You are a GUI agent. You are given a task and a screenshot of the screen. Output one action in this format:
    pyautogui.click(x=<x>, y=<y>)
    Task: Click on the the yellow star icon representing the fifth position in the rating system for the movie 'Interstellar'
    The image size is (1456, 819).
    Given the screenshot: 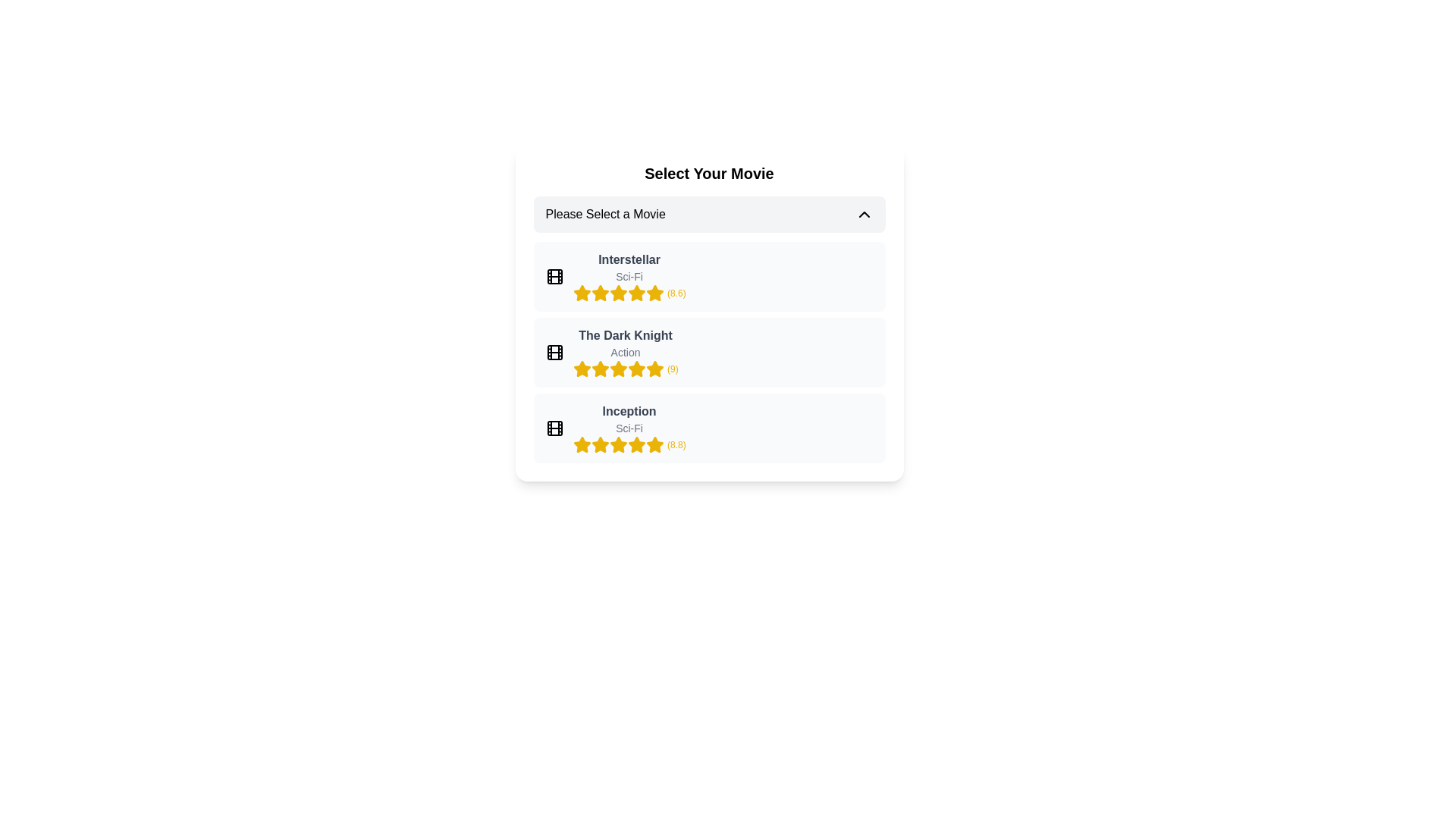 What is the action you would take?
    pyautogui.click(x=618, y=293)
    